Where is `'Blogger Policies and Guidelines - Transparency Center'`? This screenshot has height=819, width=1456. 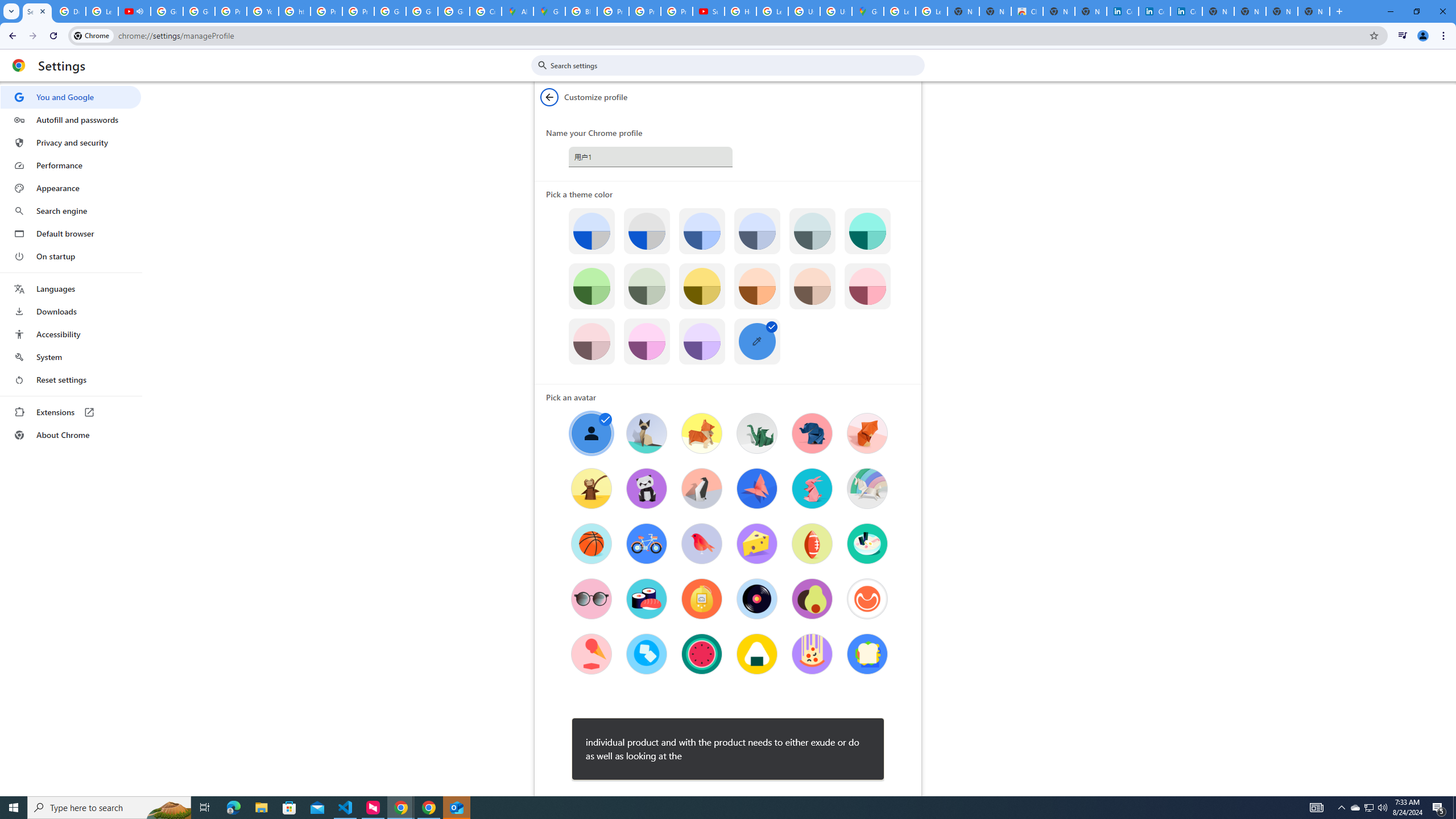 'Blogger Policies and Guidelines - Transparency Center' is located at coordinates (581, 11).